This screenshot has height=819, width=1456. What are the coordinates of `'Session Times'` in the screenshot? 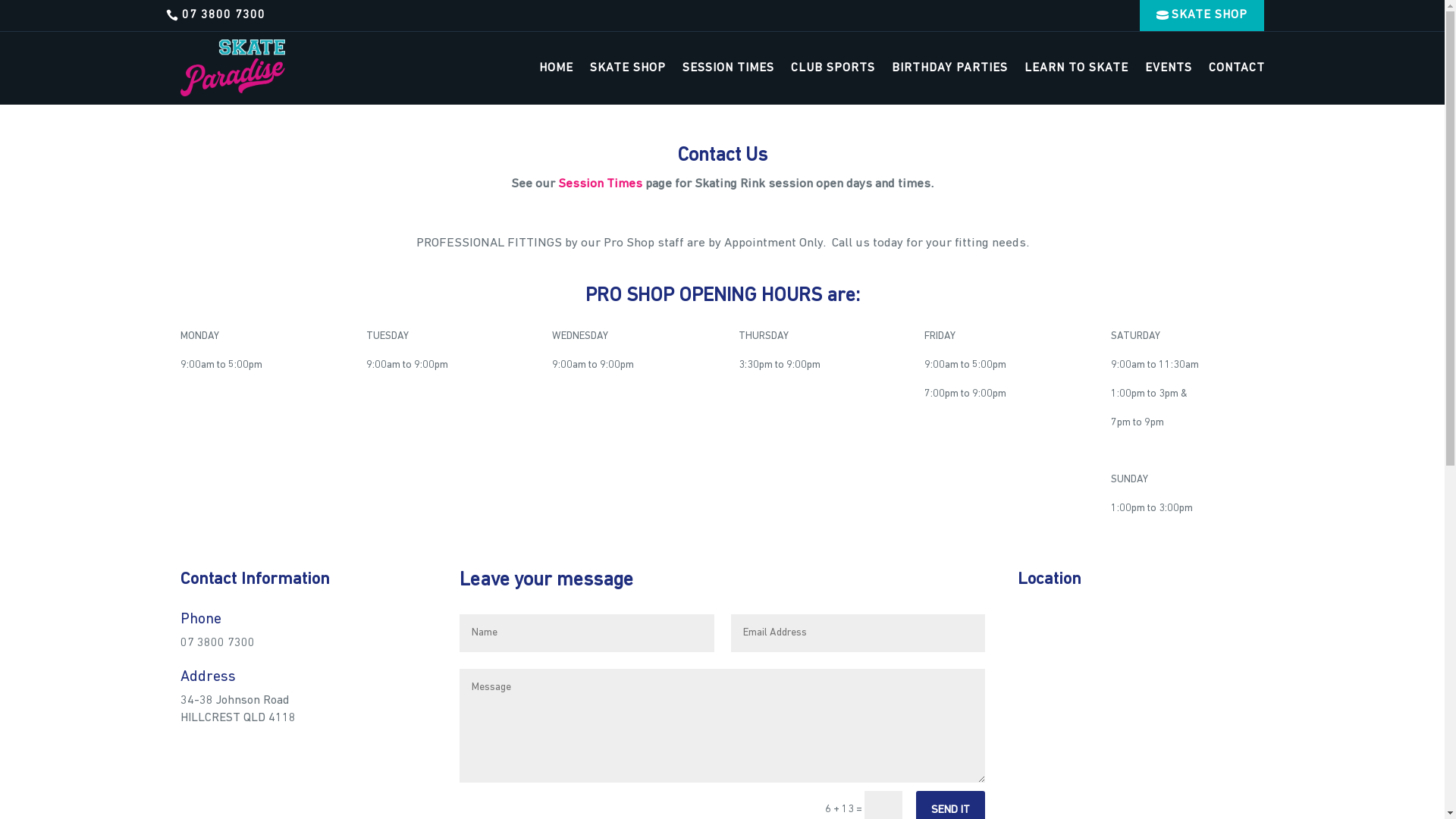 It's located at (599, 183).